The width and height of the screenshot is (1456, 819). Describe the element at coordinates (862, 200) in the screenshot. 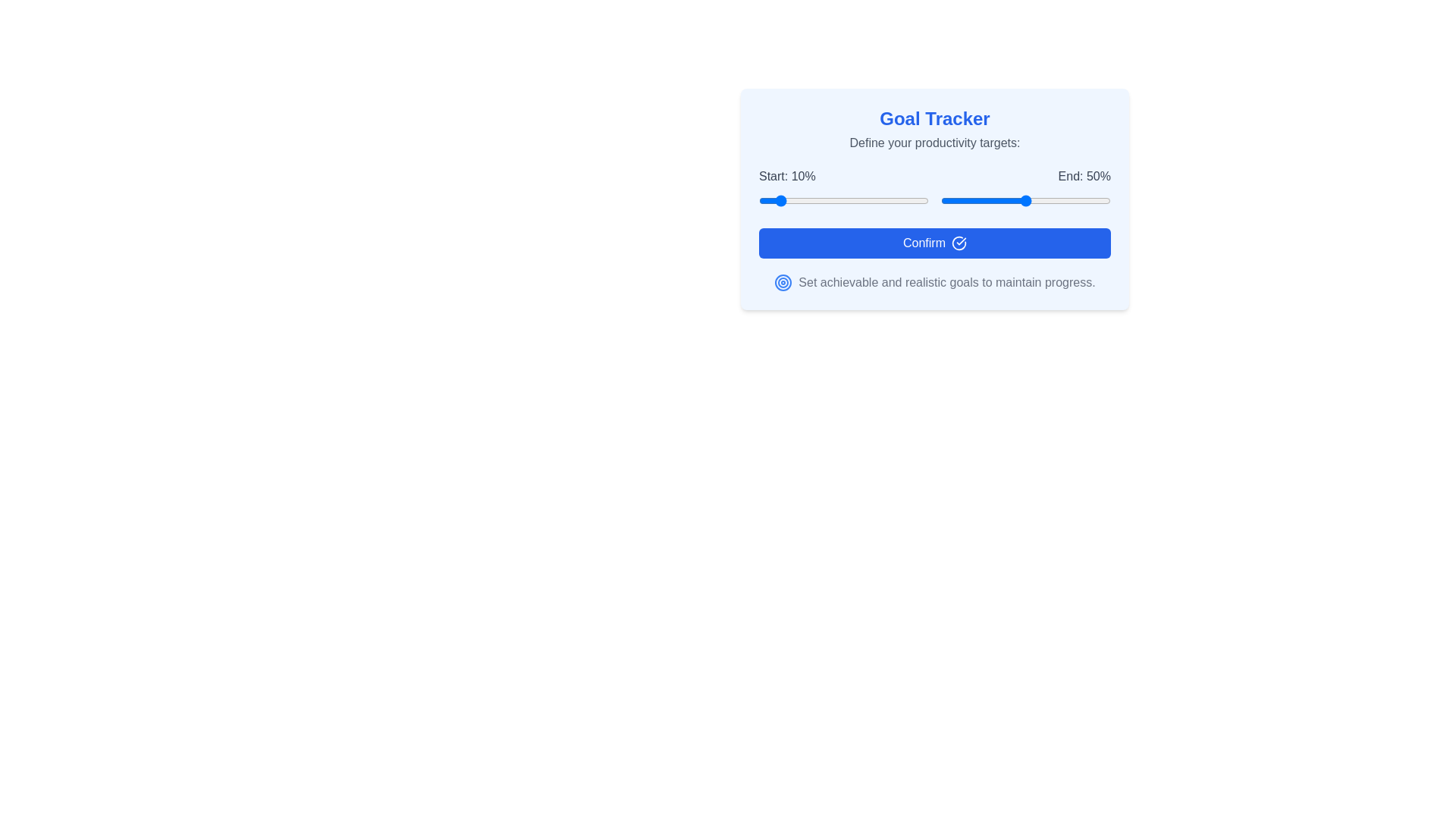

I see `the slider value` at that location.